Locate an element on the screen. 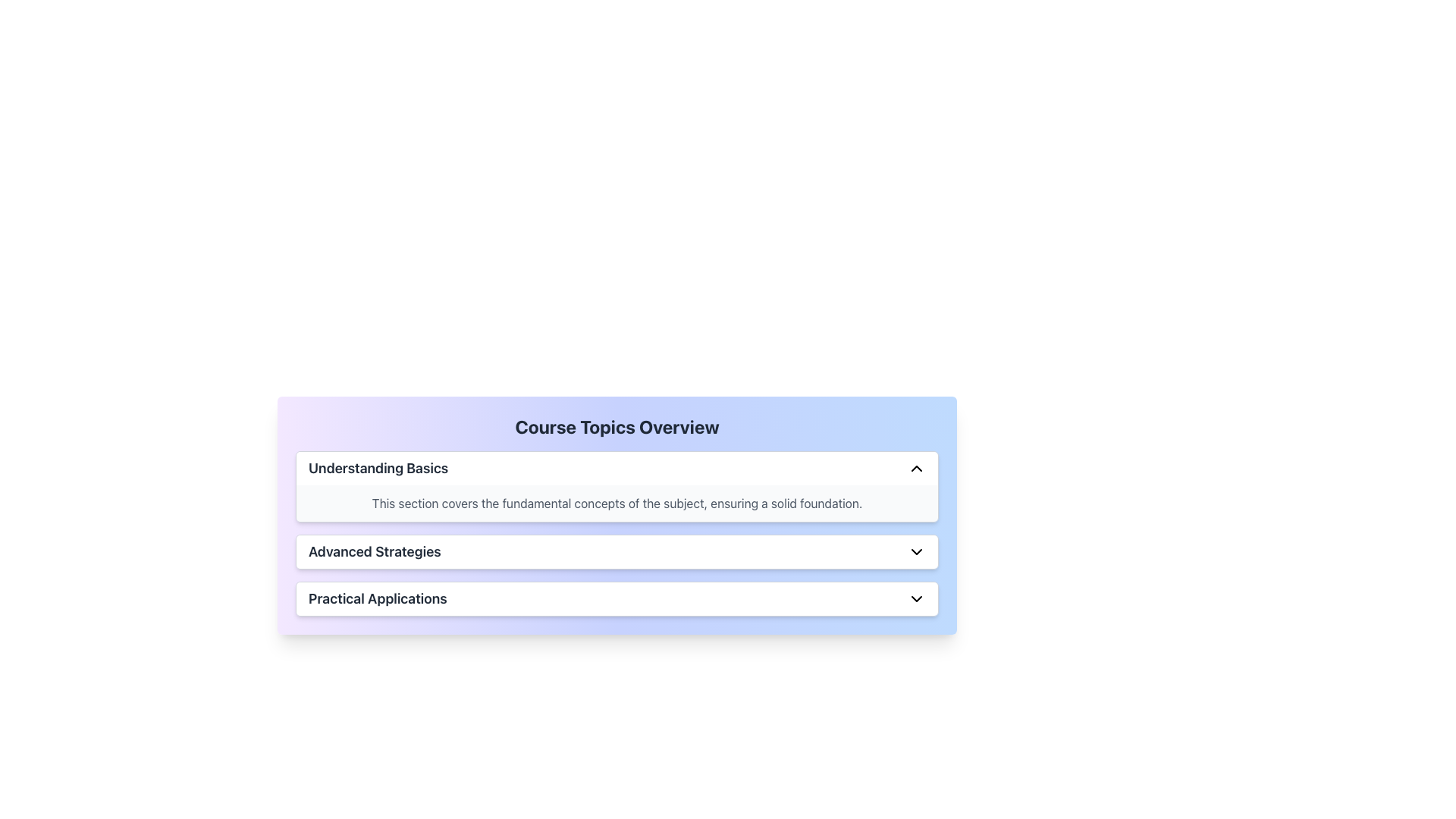 The image size is (1456, 819). the second selectable row labeled 'Advanced Strategies' is located at coordinates (617, 552).